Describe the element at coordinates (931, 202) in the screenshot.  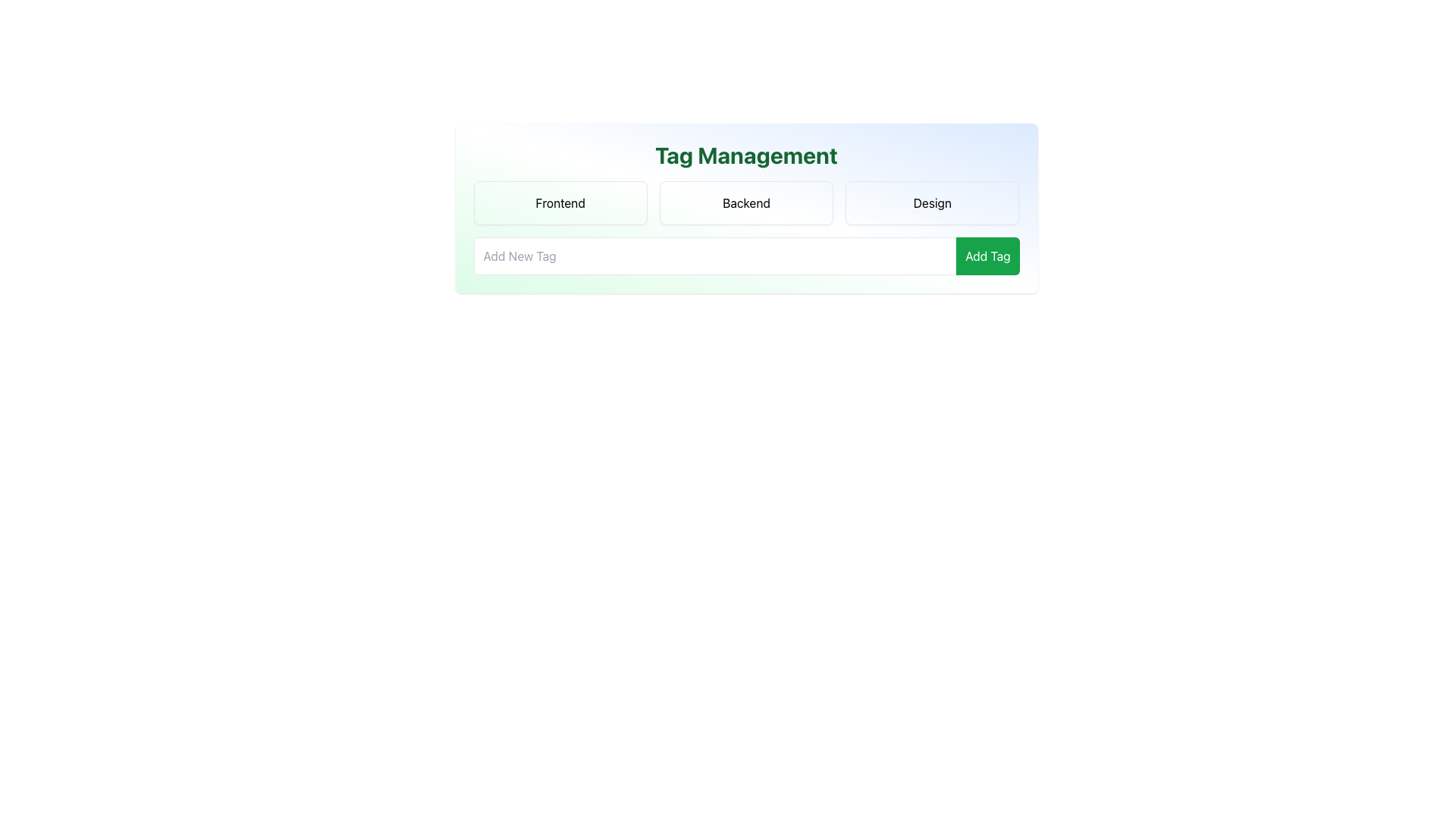
I see `the 'Design' button, which has a white background and black centered text` at that location.